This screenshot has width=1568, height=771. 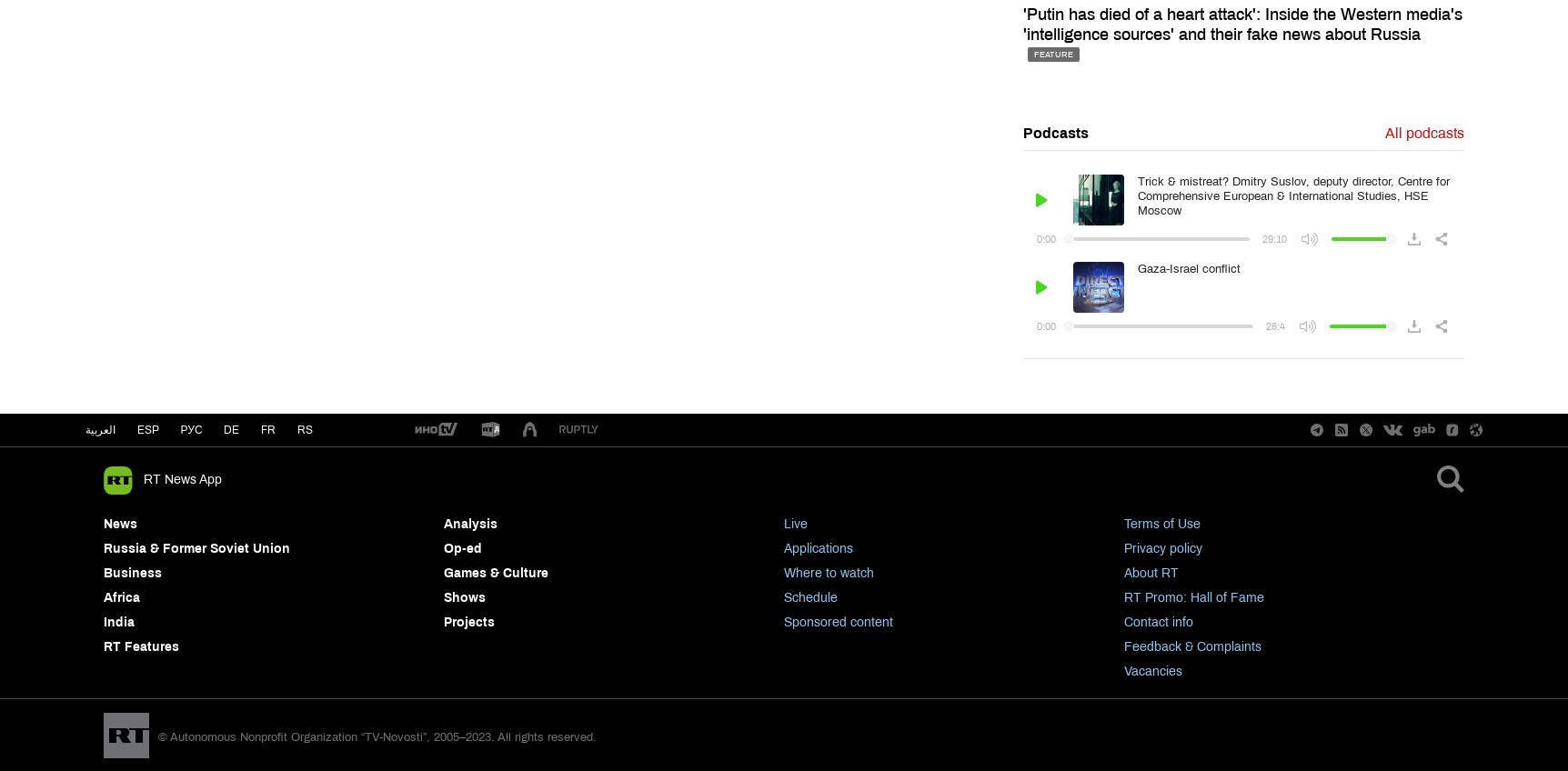 What do you see at coordinates (183, 479) in the screenshot?
I see `'RT News App'` at bounding box center [183, 479].